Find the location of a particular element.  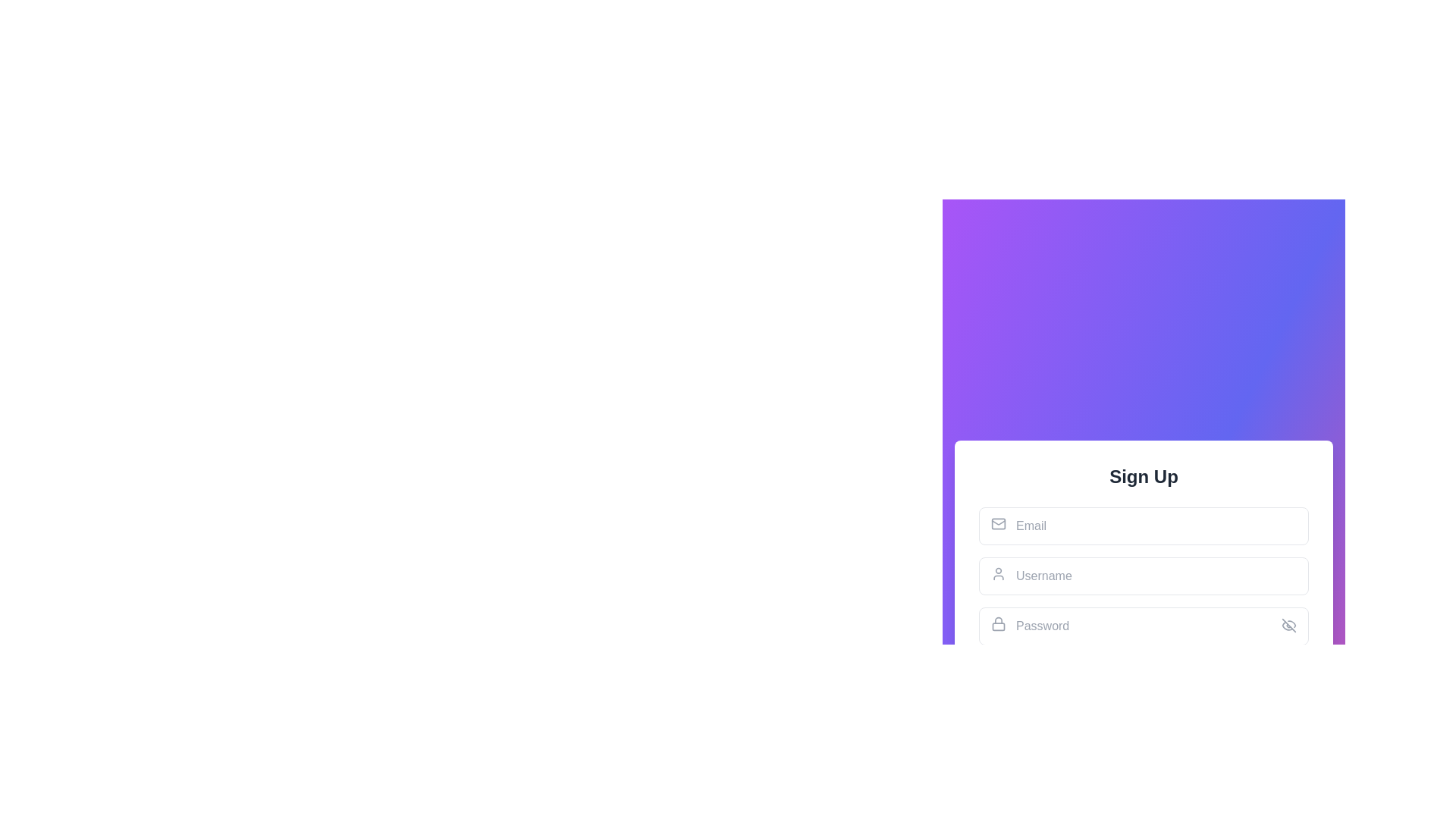

the small lock icon, which is positioned to the left of the 'Password' input field, featuring a minimalist outlined design in light gray is located at coordinates (998, 623).